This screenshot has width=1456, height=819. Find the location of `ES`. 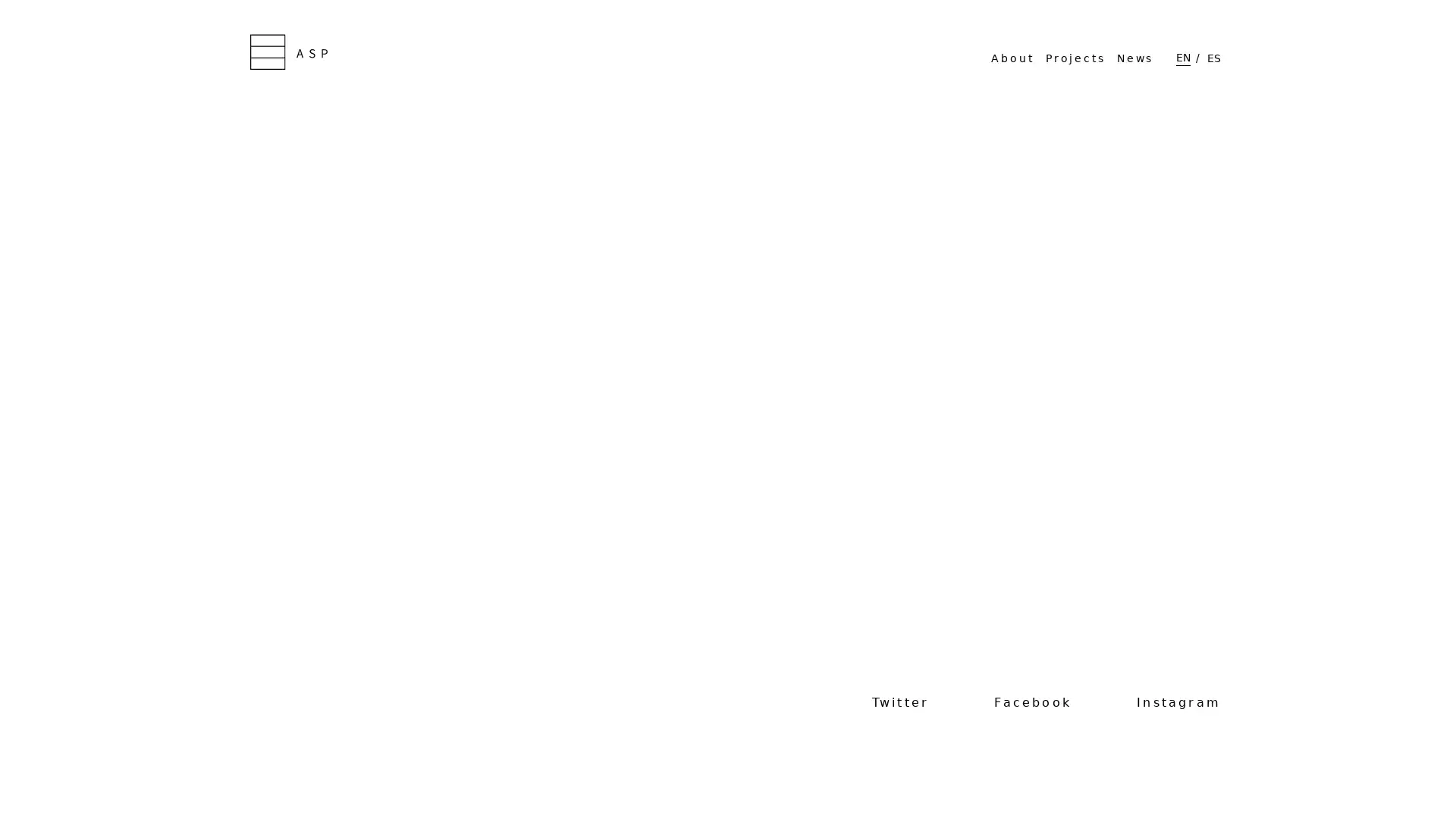

ES is located at coordinates (1214, 57).